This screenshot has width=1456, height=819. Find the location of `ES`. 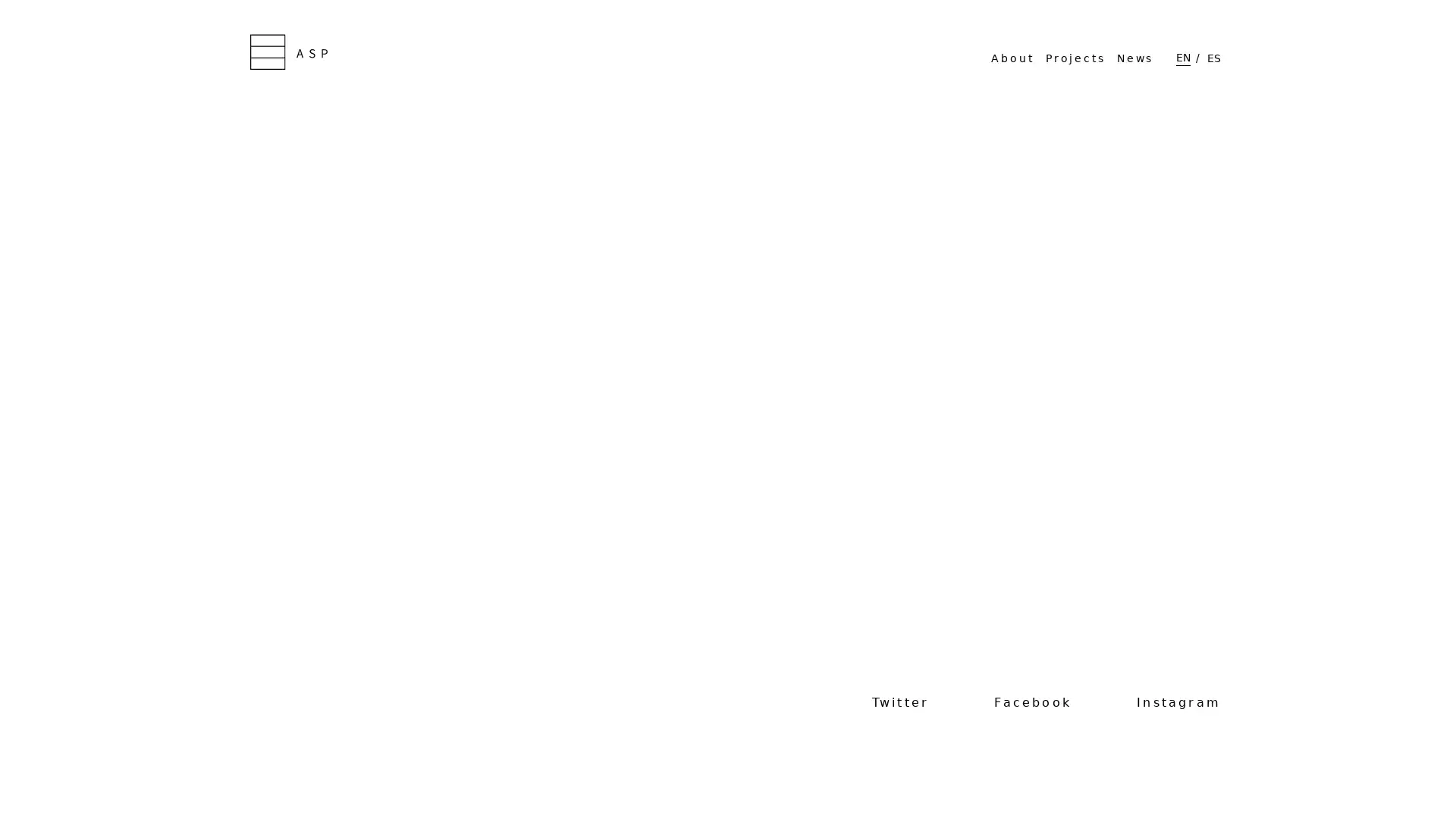

ES is located at coordinates (1214, 57).